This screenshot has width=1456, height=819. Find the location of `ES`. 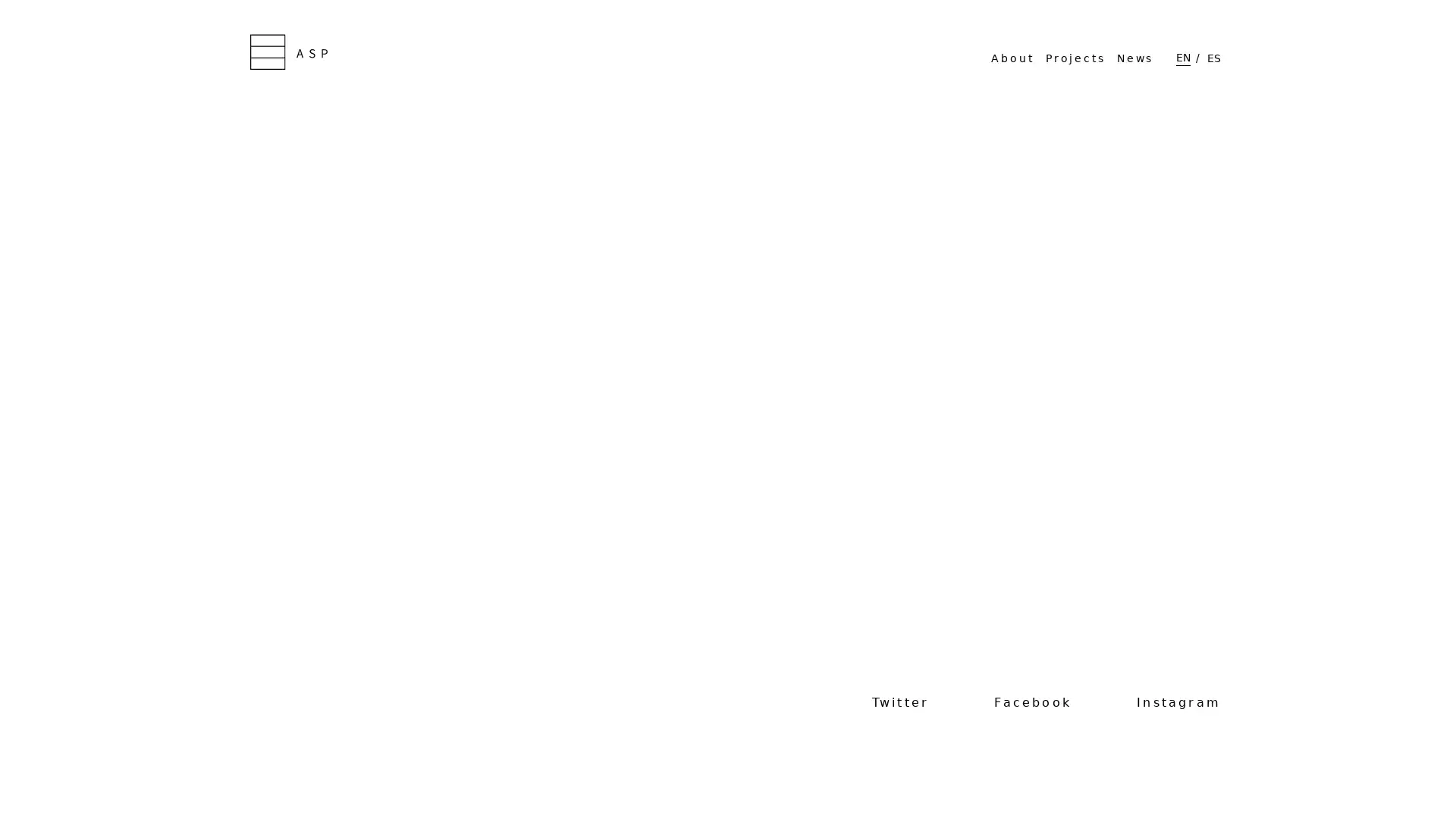

ES is located at coordinates (1214, 57).